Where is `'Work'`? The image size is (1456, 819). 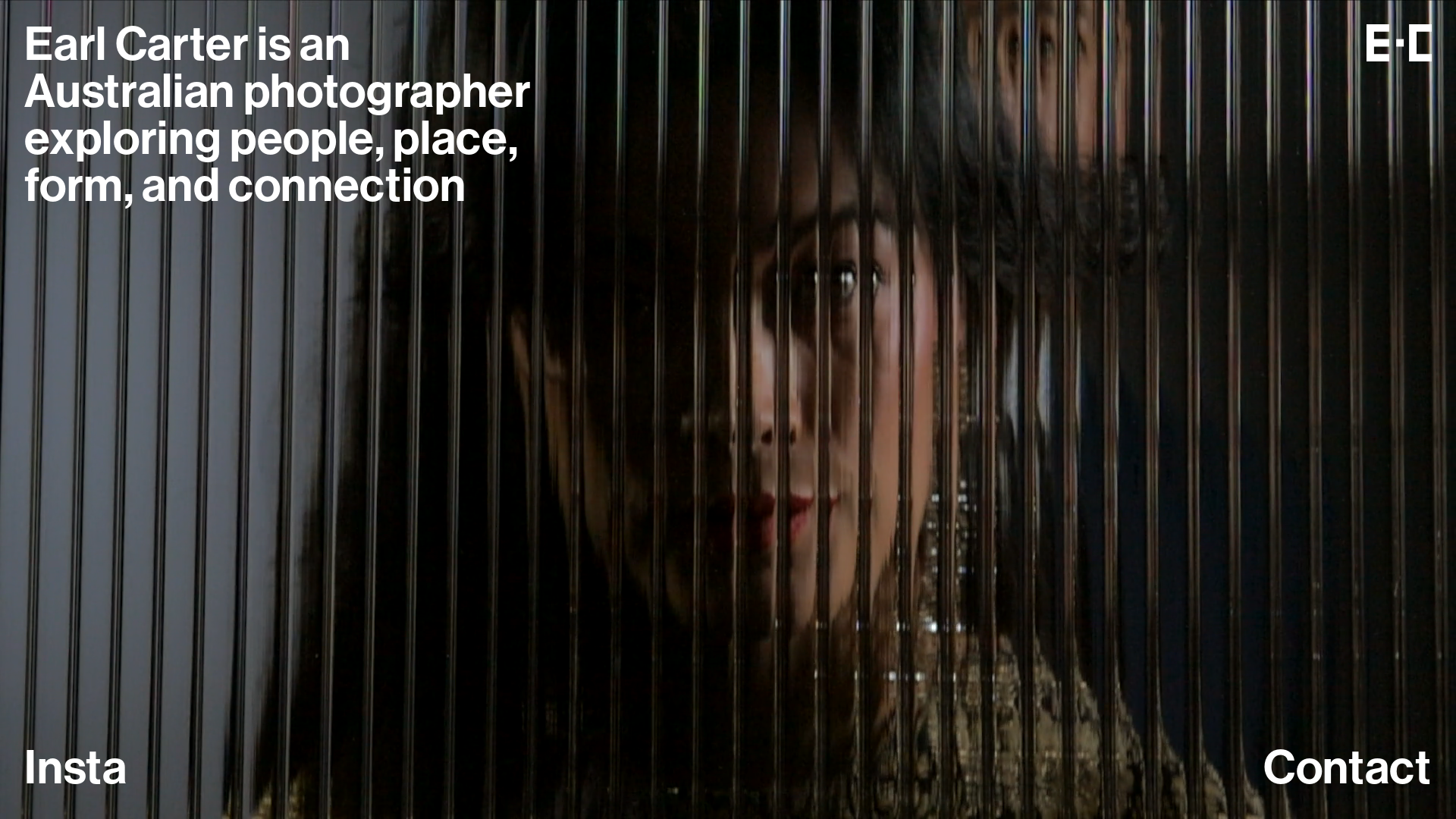
'Work' is located at coordinates (79, 770).